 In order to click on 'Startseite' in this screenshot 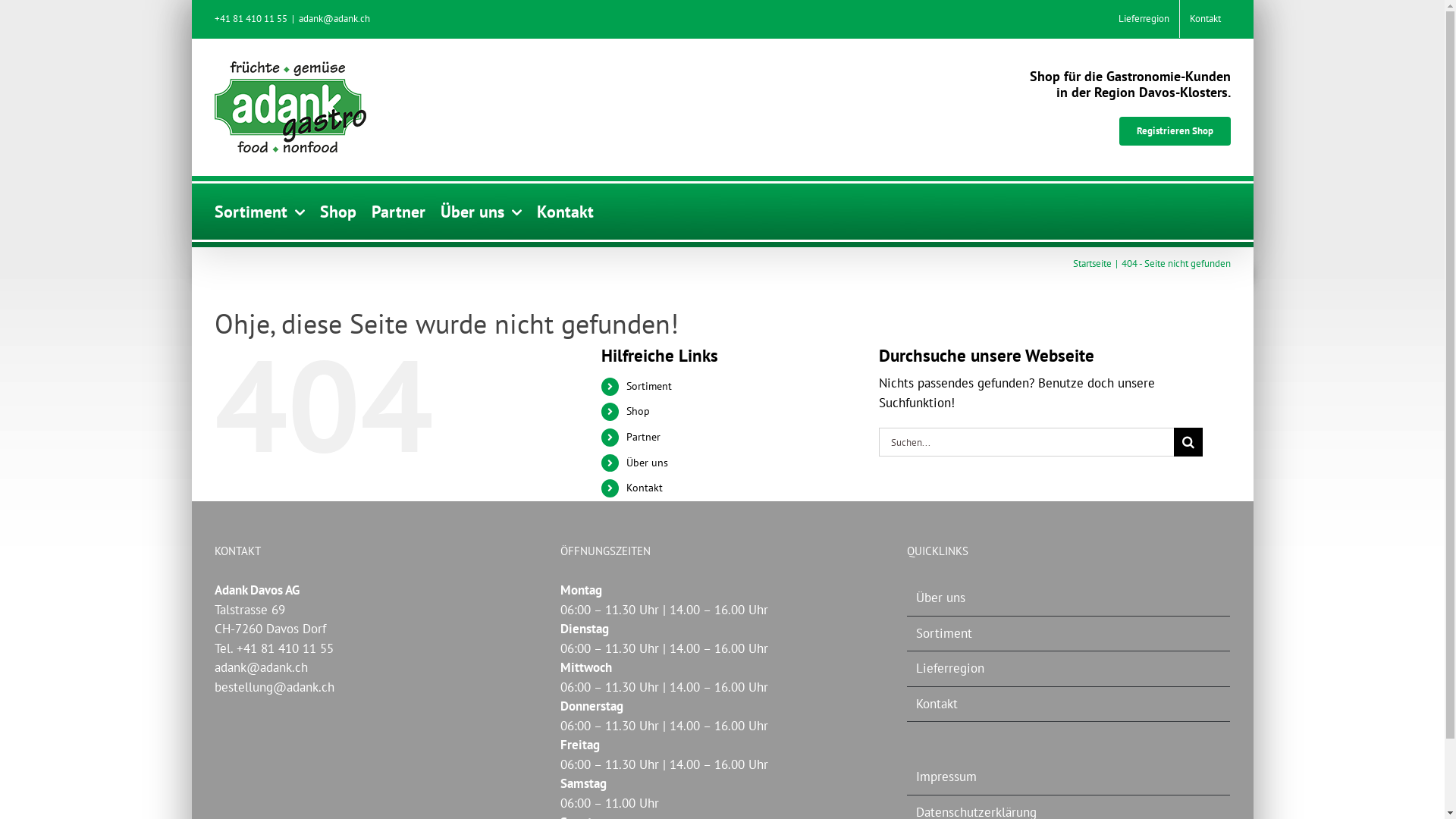, I will do `click(1090, 262)`.